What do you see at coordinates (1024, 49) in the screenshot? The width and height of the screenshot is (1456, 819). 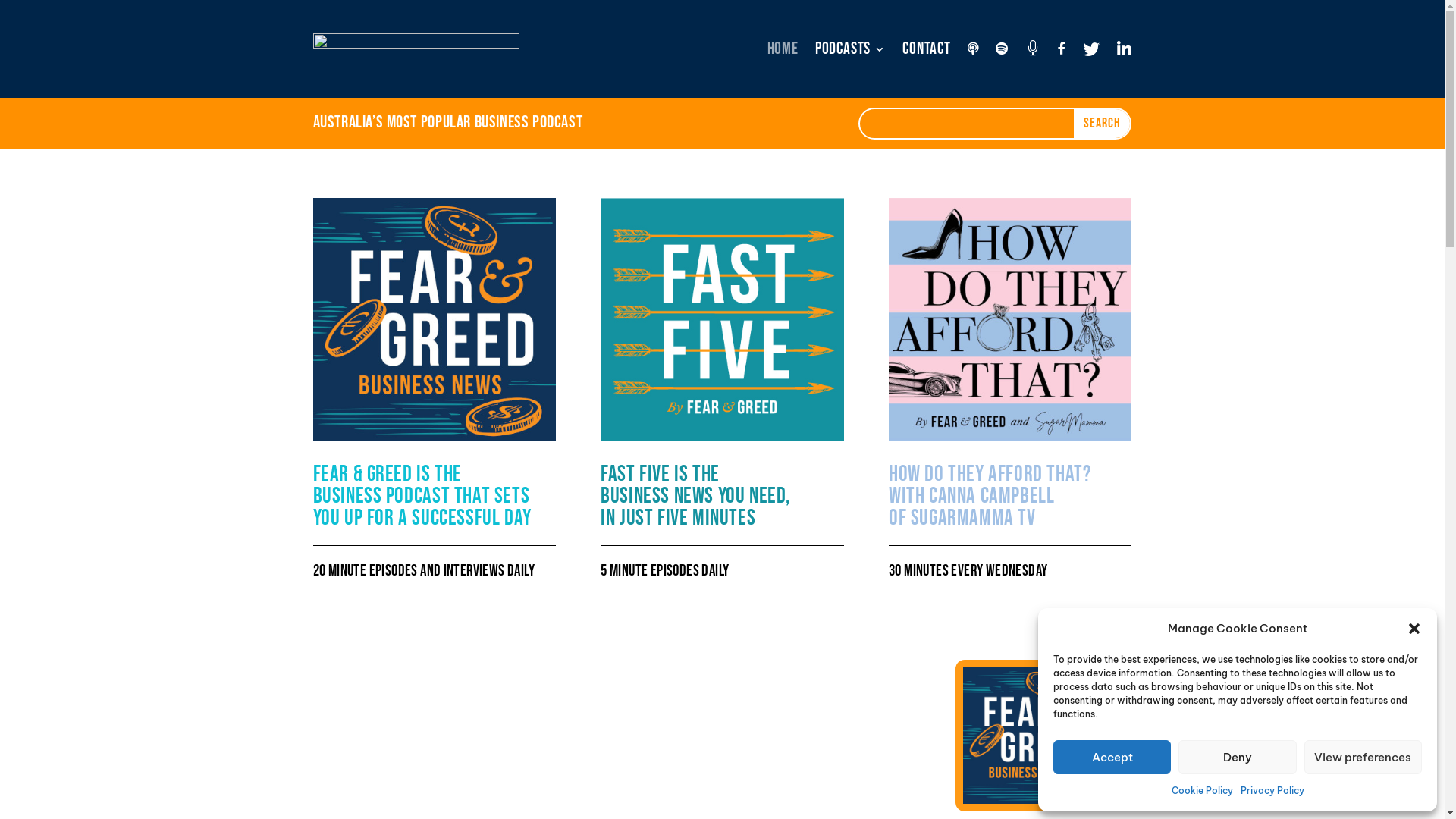 I see `'#'` at bounding box center [1024, 49].